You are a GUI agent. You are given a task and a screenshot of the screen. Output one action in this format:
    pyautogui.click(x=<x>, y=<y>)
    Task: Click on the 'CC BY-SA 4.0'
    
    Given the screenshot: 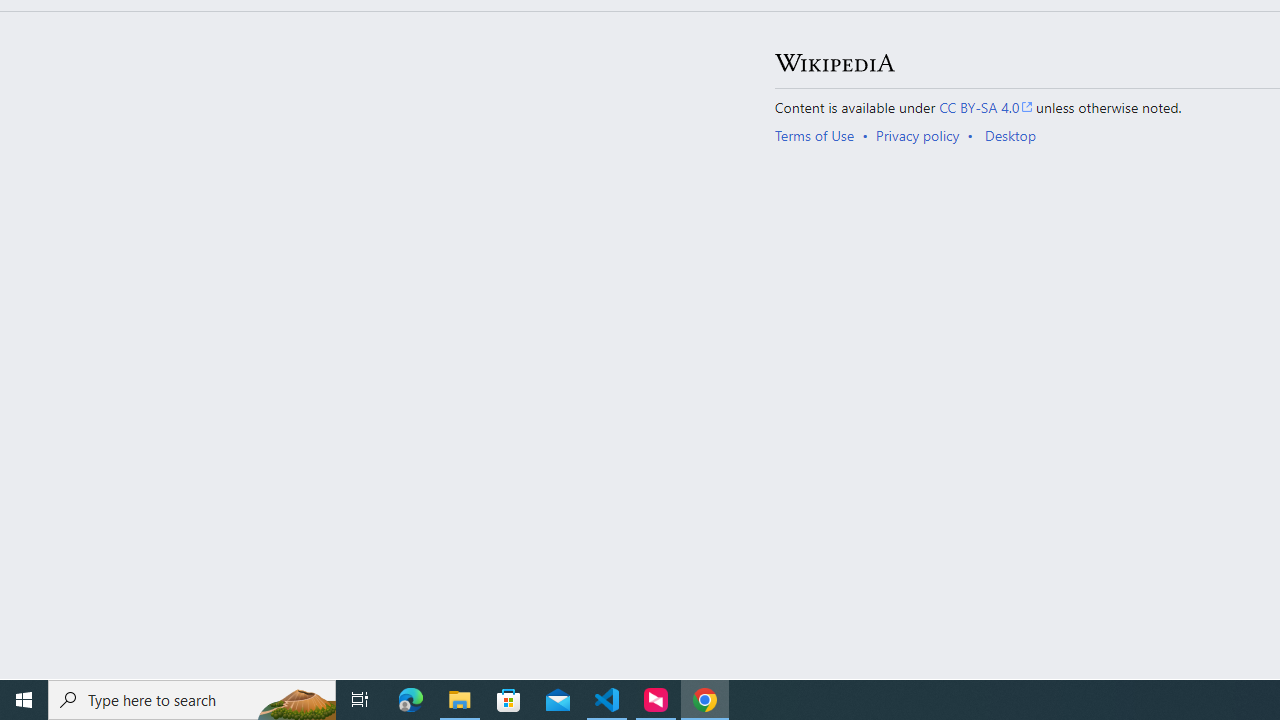 What is the action you would take?
    pyautogui.click(x=986, y=106)
    